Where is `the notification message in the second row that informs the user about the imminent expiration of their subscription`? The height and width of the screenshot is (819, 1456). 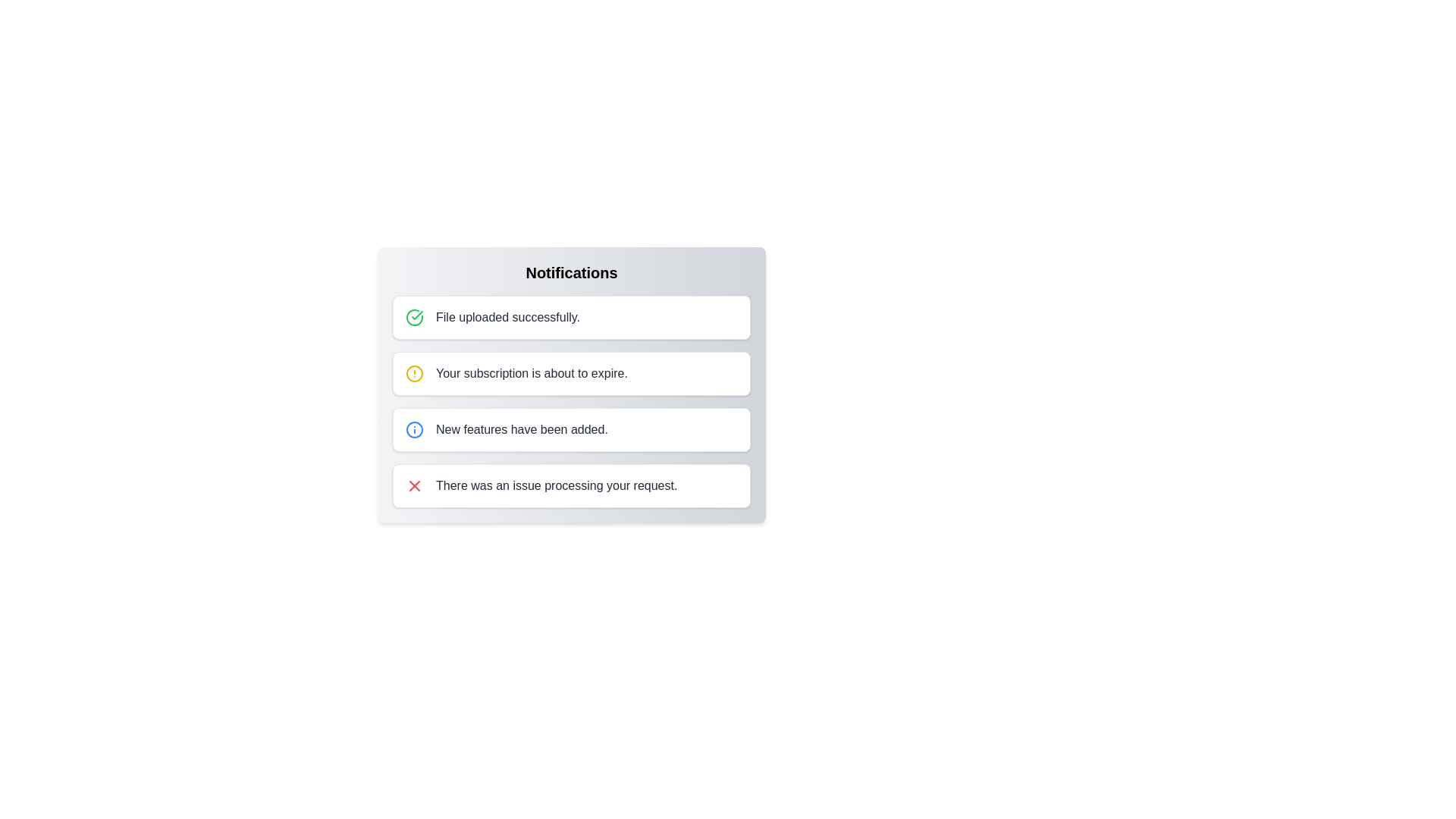
the notification message in the second row that informs the user about the imminent expiration of their subscription is located at coordinates (532, 374).